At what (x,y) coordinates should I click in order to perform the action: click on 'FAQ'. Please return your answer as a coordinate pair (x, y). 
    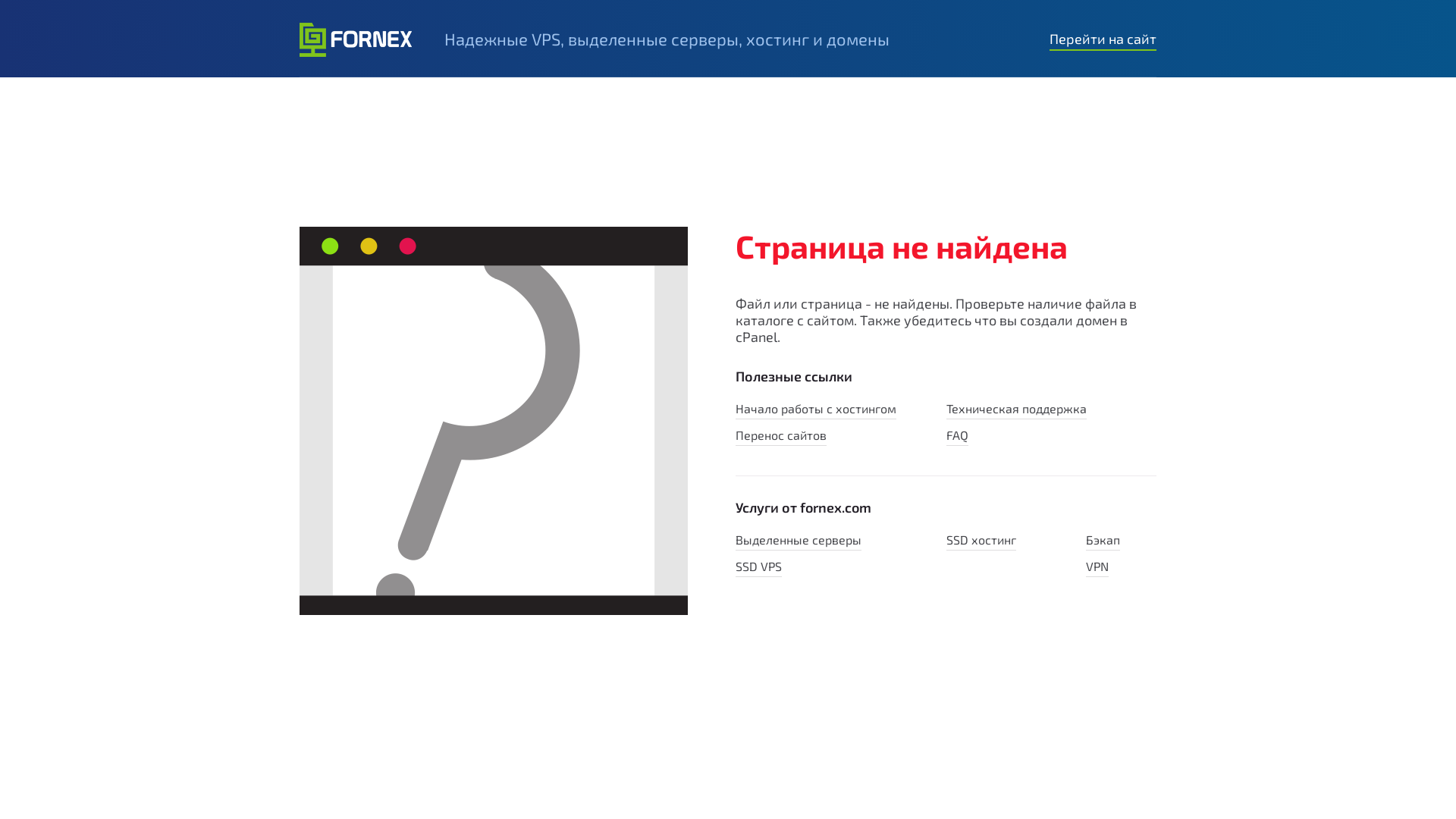
    Looking at the image, I should click on (956, 436).